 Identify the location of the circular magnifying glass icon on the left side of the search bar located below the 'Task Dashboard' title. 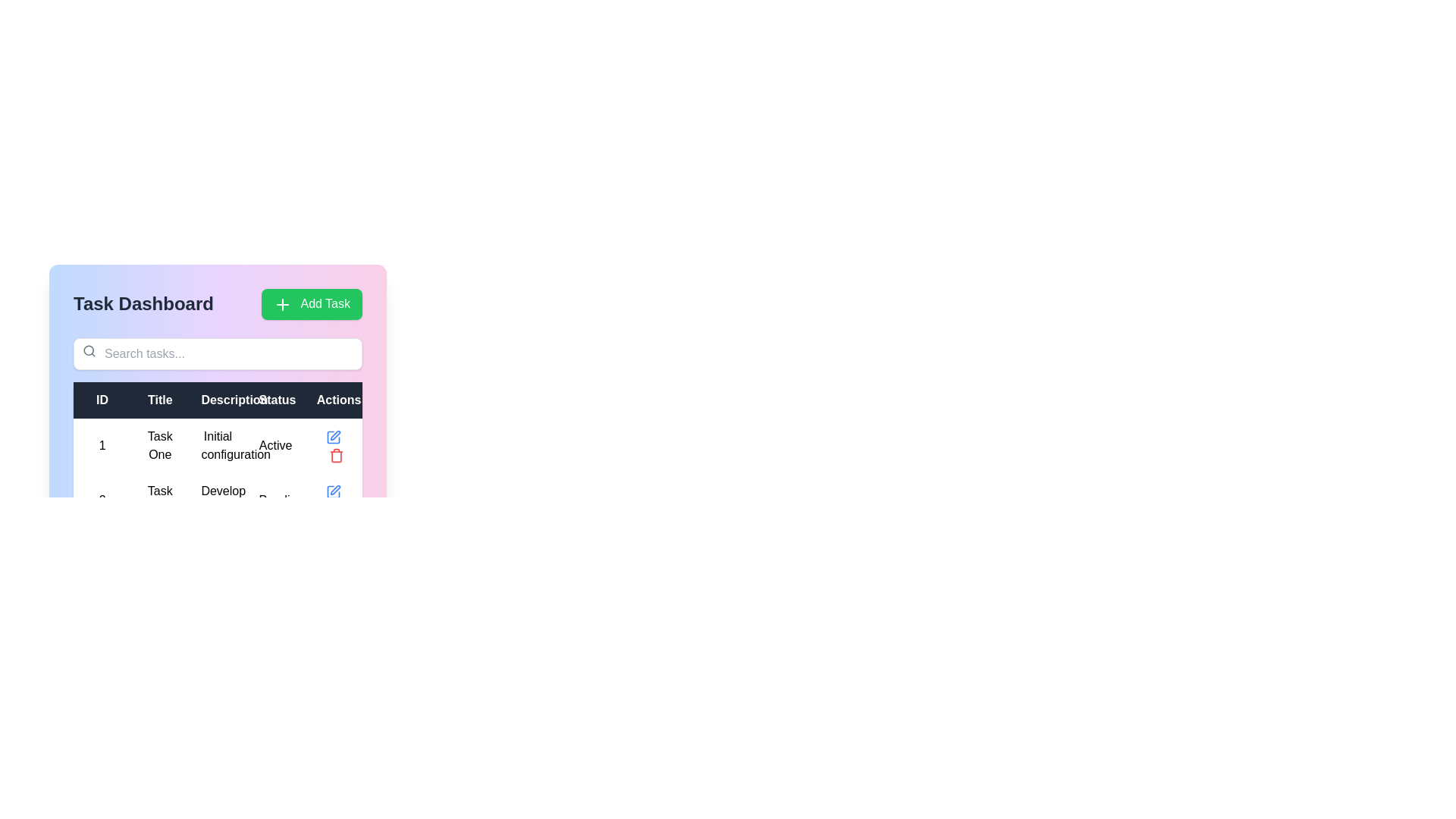
(88, 350).